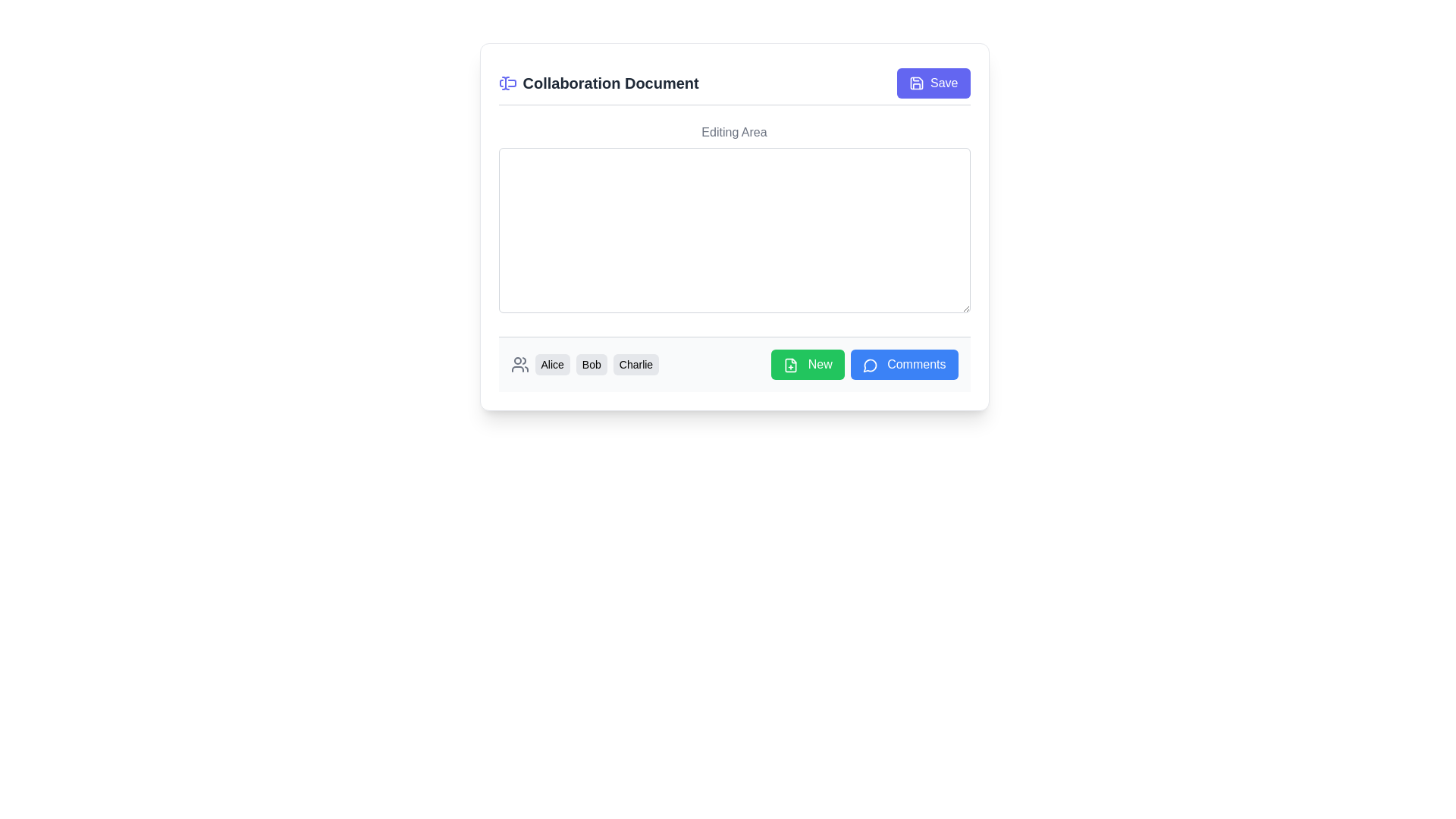  I want to click on the Label element displaying 'Bob', which is the second item in a horizontal list of names, positioned above action buttons in the bottom left section of the interface, so click(591, 365).